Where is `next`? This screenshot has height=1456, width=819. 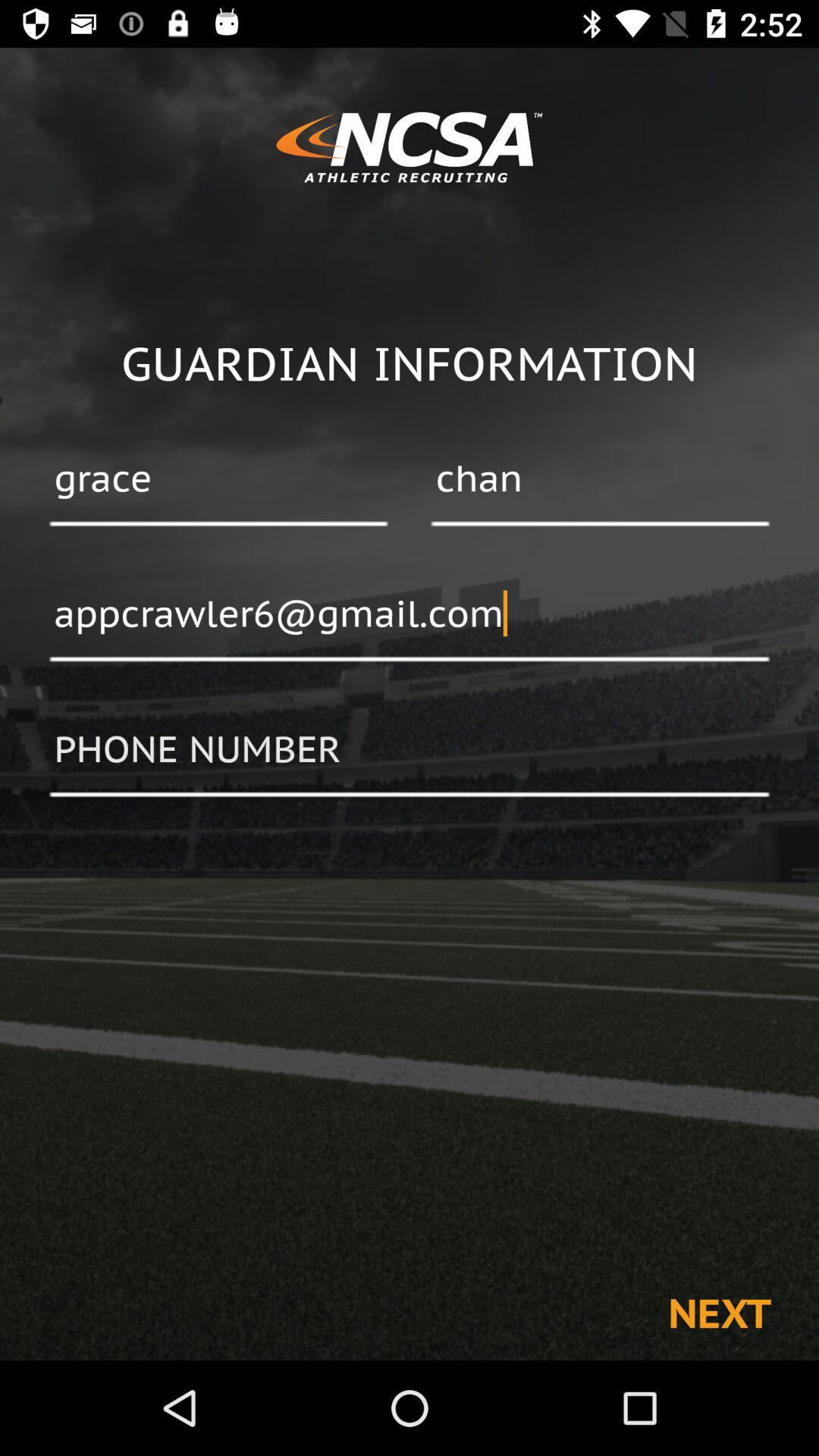
next is located at coordinates (719, 1312).